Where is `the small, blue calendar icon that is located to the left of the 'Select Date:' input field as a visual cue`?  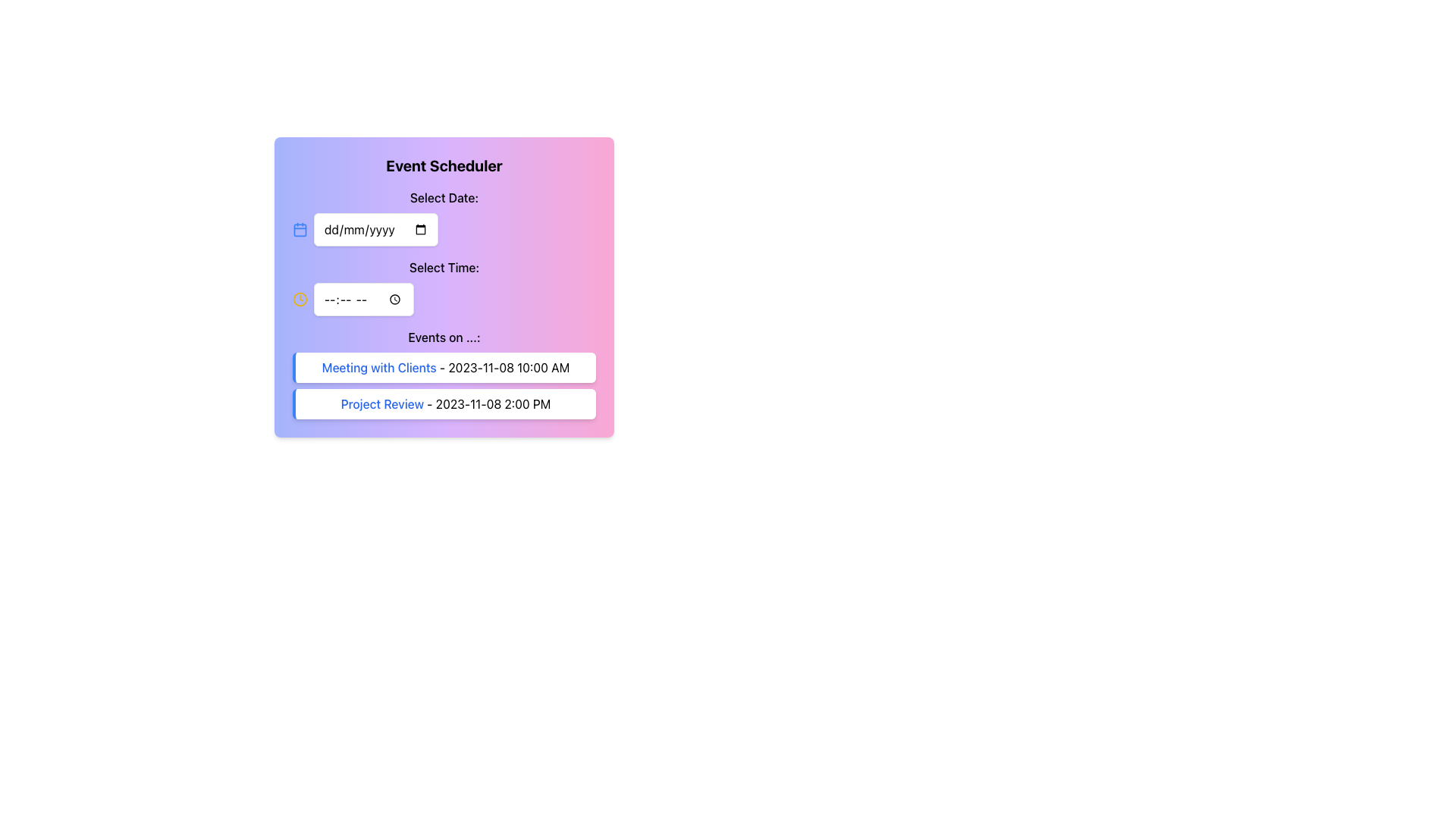 the small, blue calendar icon that is located to the left of the 'Select Date:' input field as a visual cue is located at coordinates (300, 230).